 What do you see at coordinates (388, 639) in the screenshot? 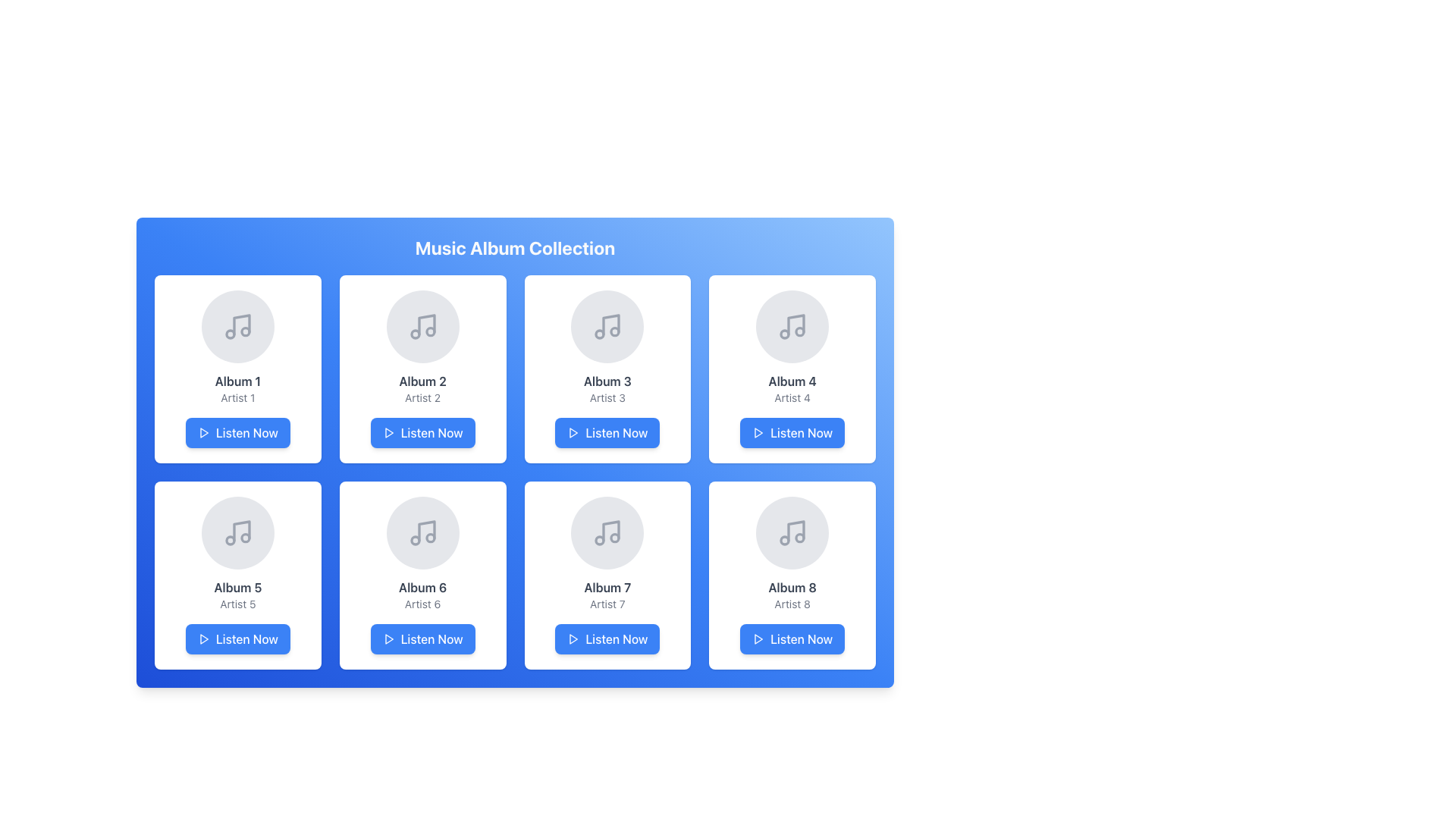
I see `the play icon located to the left of the 'Listen Now' text in the button under 'Album 6' in the Music Album Collection interface` at bounding box center [388, 639].